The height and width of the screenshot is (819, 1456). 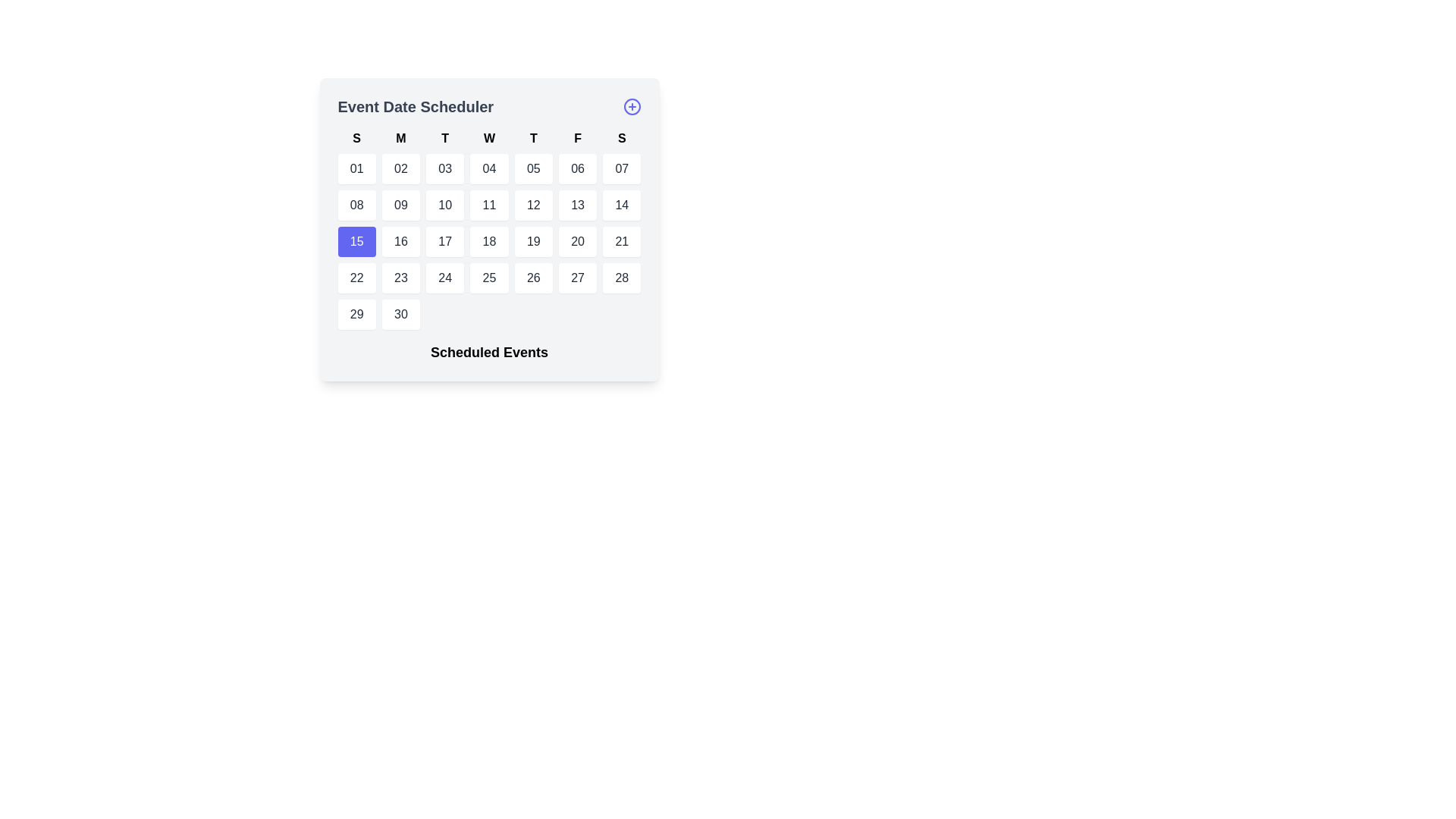 I want to click on the selectable date button '08' in the calendar interface, located in the second row and first column, so click(x=356, y=205).